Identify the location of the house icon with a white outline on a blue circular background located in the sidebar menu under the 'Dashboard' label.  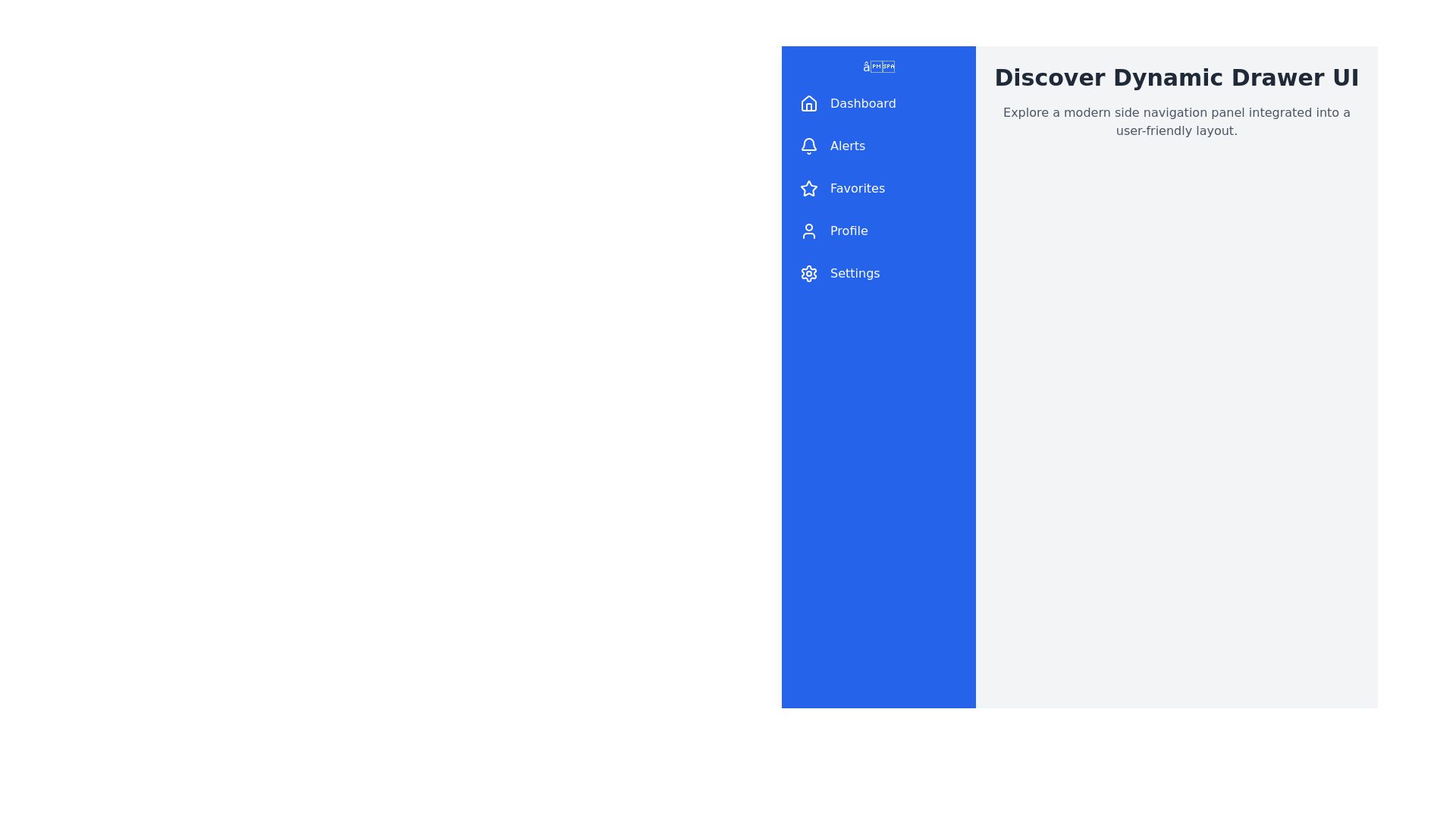
(808, 103).